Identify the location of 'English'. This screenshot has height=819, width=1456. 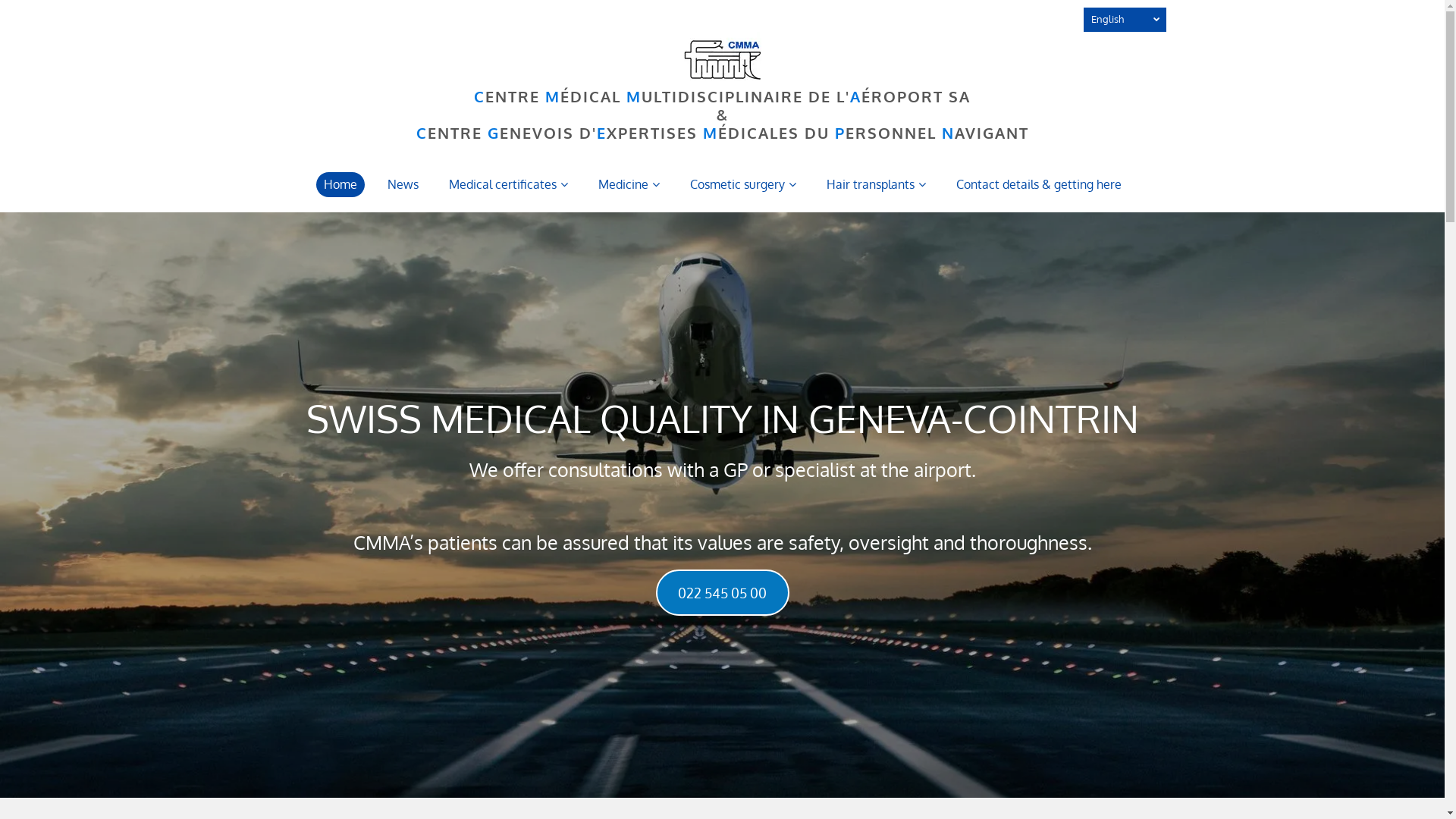
(1124, 20).